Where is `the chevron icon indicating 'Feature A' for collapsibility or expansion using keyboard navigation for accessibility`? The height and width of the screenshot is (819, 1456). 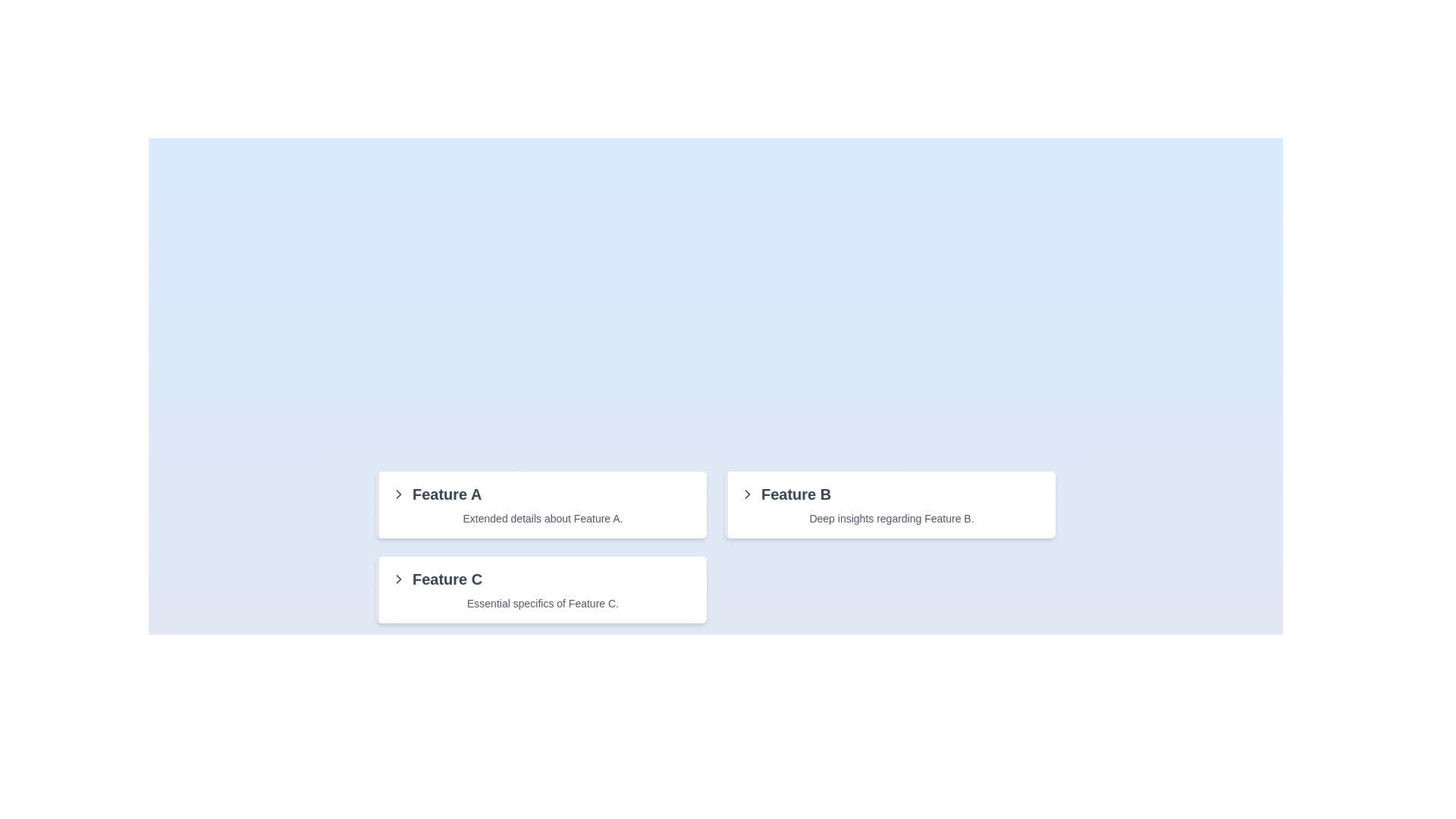
the chevron icon indicating 'Feature A' for collapsibility or expansion using keyboard navigation for accessibility is located at coordinates (399, 494).